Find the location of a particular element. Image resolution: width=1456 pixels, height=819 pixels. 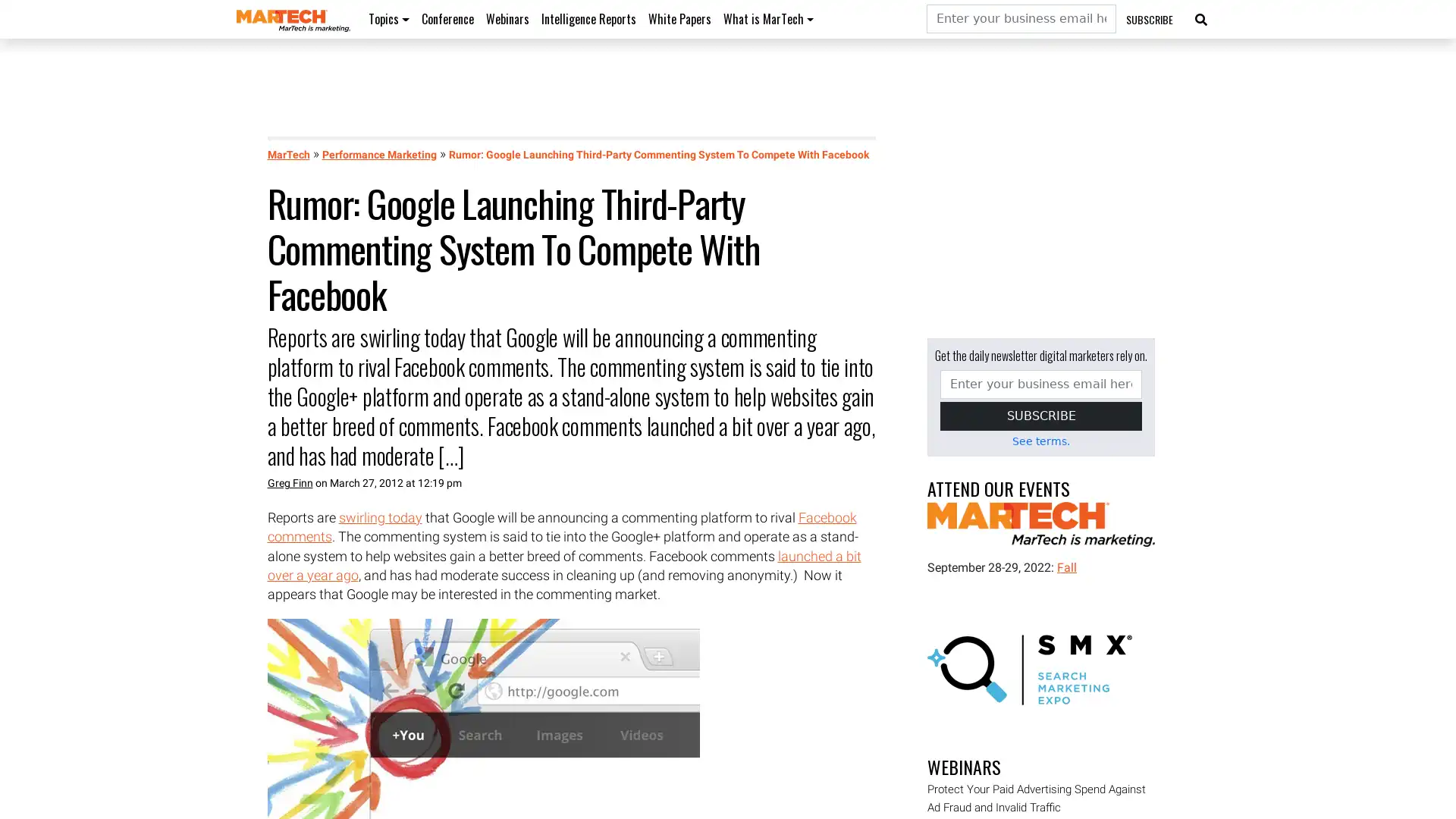

SUBSCRIBE is located at coordinates (1150, 18).